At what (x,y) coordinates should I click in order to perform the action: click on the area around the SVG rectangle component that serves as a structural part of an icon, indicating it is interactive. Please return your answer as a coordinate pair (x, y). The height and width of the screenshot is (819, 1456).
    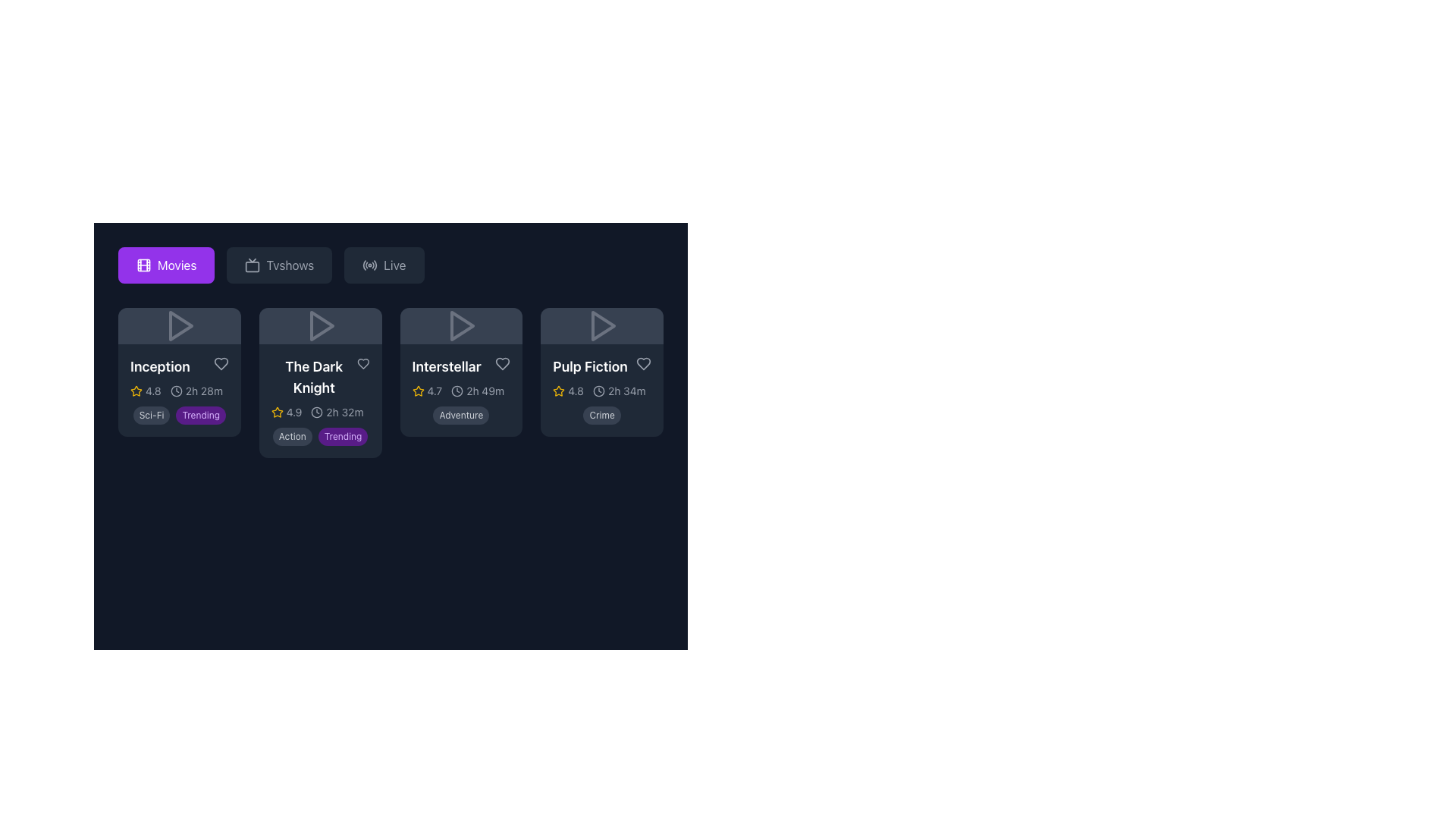
    Looking at the image, I should click on (144, 265).